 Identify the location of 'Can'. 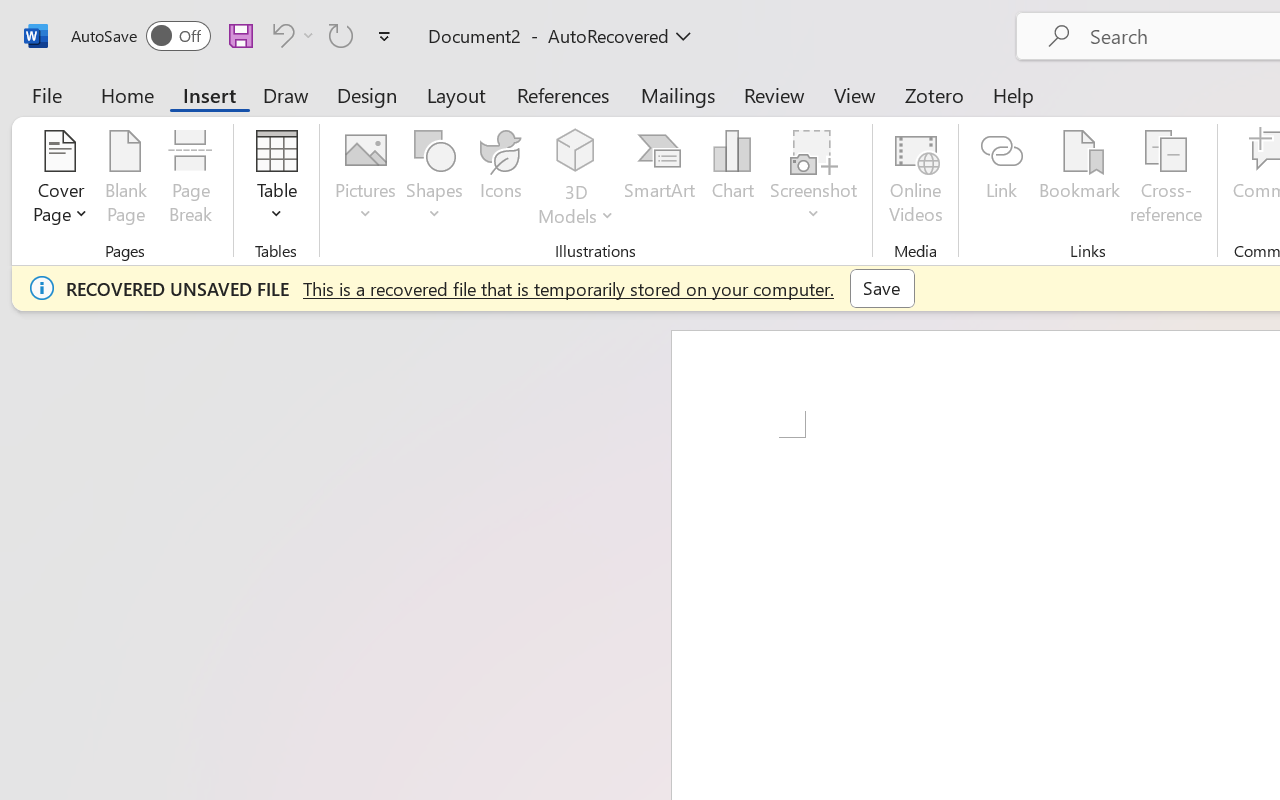
(341, 34).